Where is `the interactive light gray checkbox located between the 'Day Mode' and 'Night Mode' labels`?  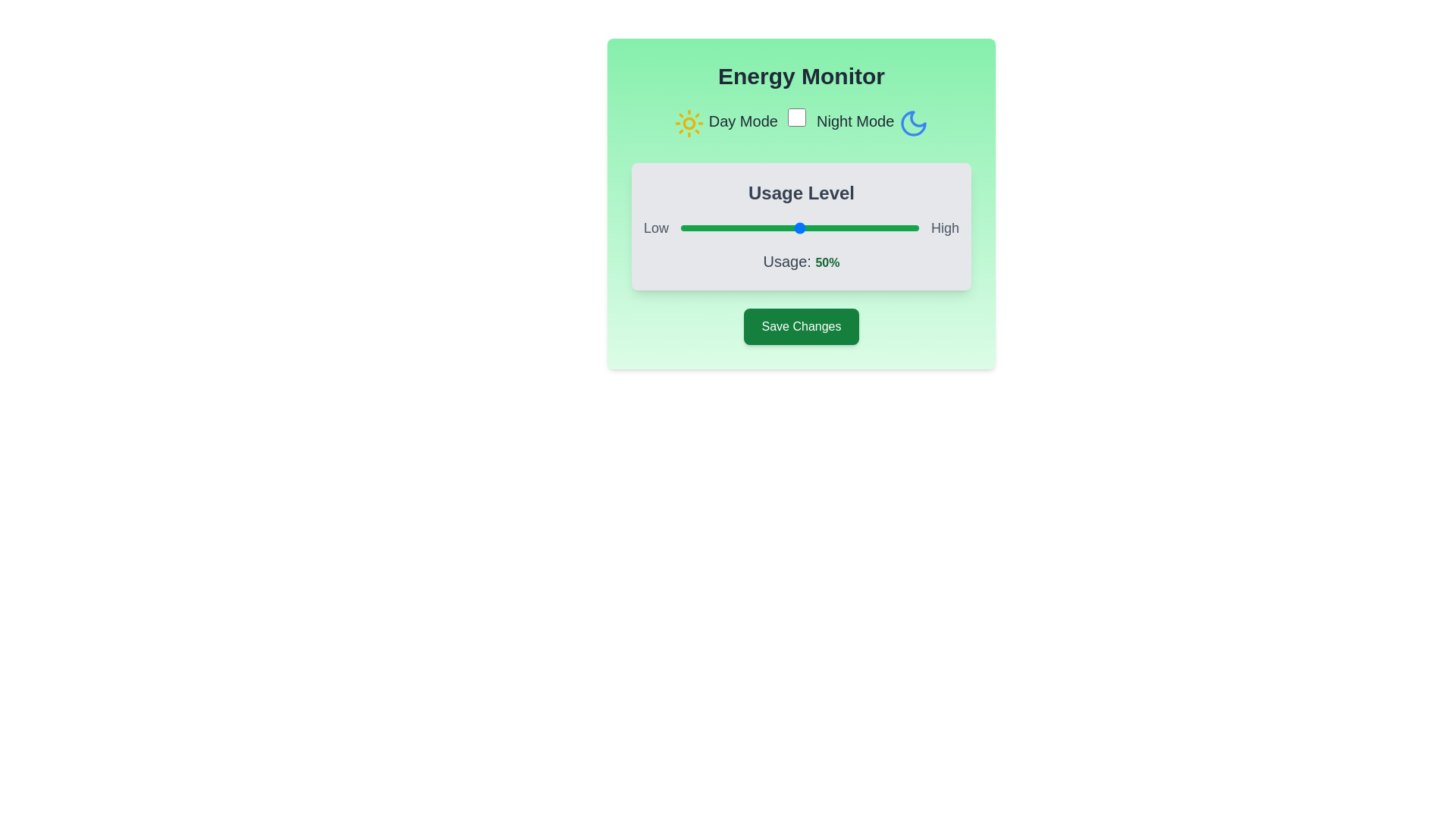 the interactive light gray checkbox located between the 'Day Mode' and 'Night Mode' labels is located at coordinates (796, 117).